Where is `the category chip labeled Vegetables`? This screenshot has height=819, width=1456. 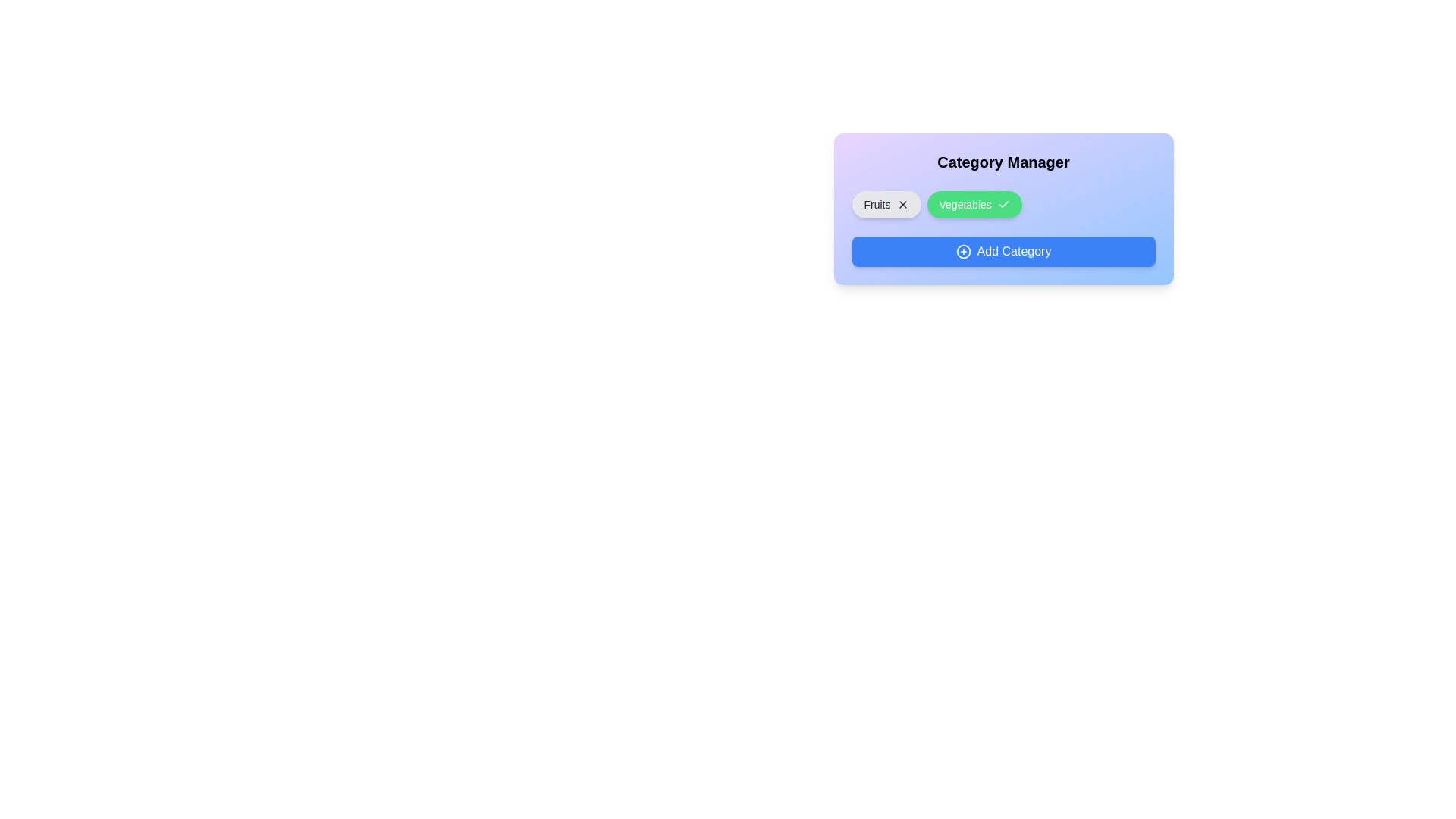
the category chip labeled Vegetables is located at coordinates (974, 205).